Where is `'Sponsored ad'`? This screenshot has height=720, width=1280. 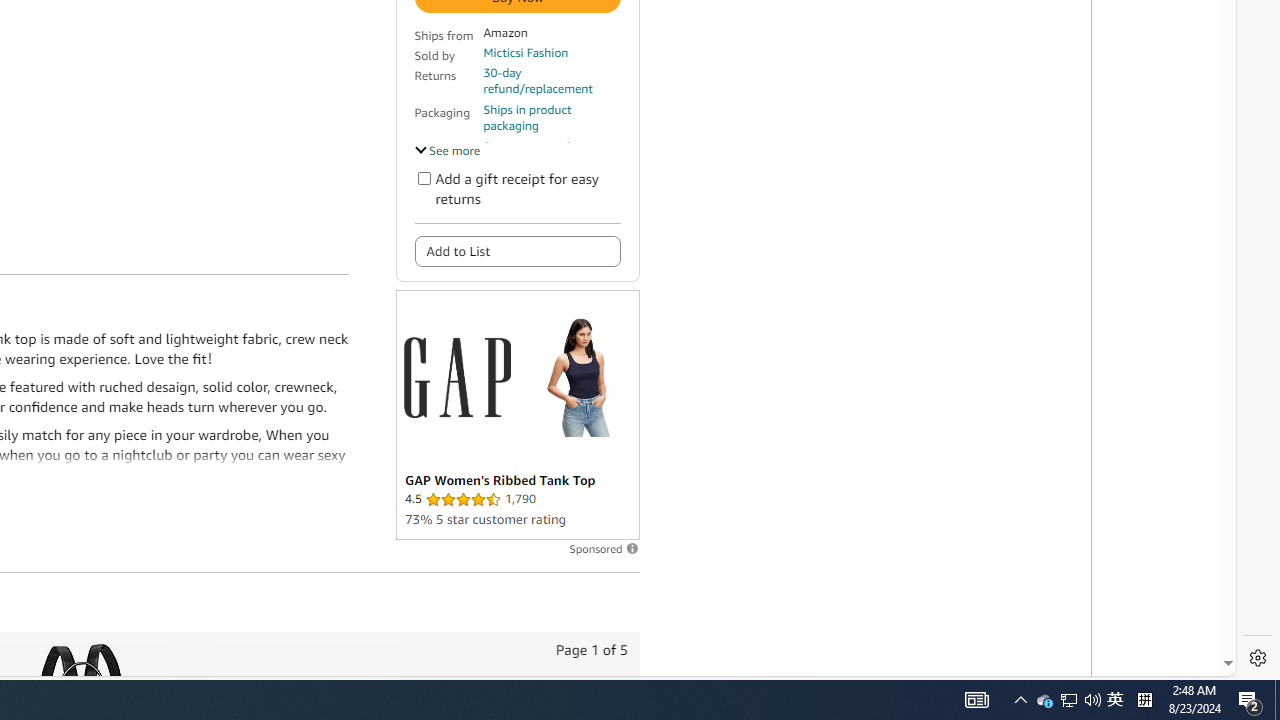
'Sponsored ad' is located at coordinates (517, 414).